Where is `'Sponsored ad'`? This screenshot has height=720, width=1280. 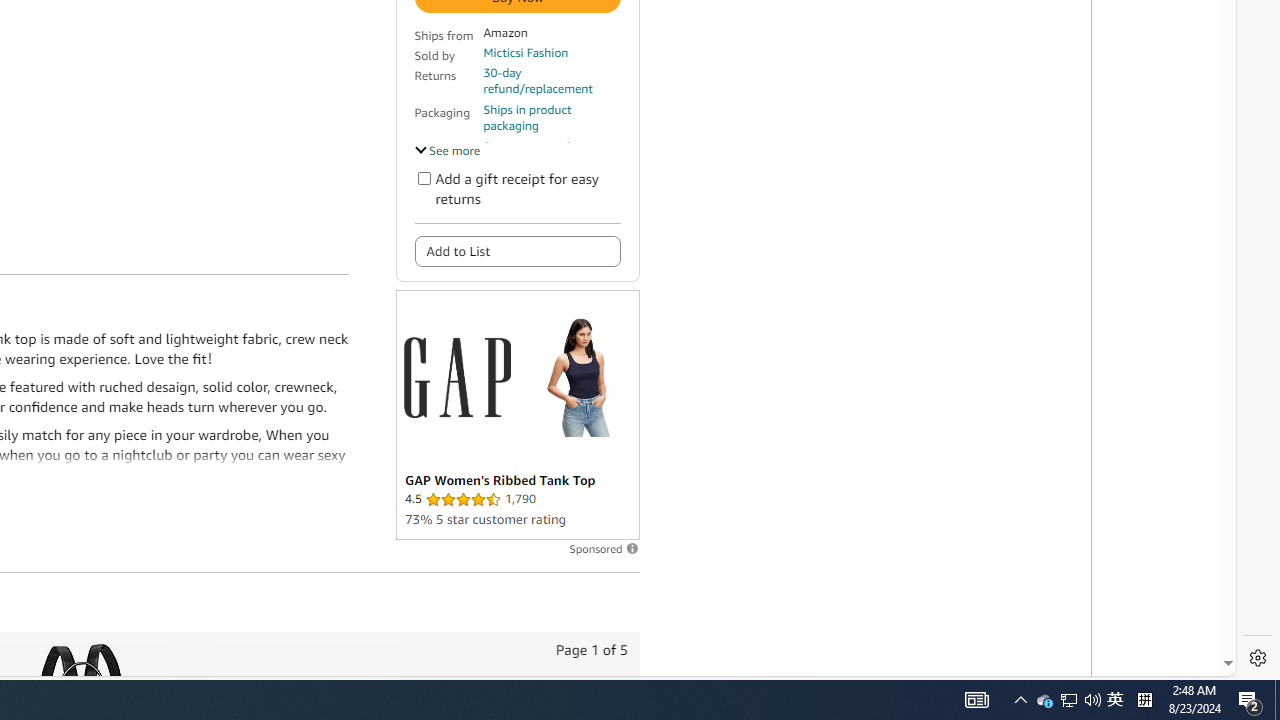
'Sponsored ad' is located at coordinates (517, 414).